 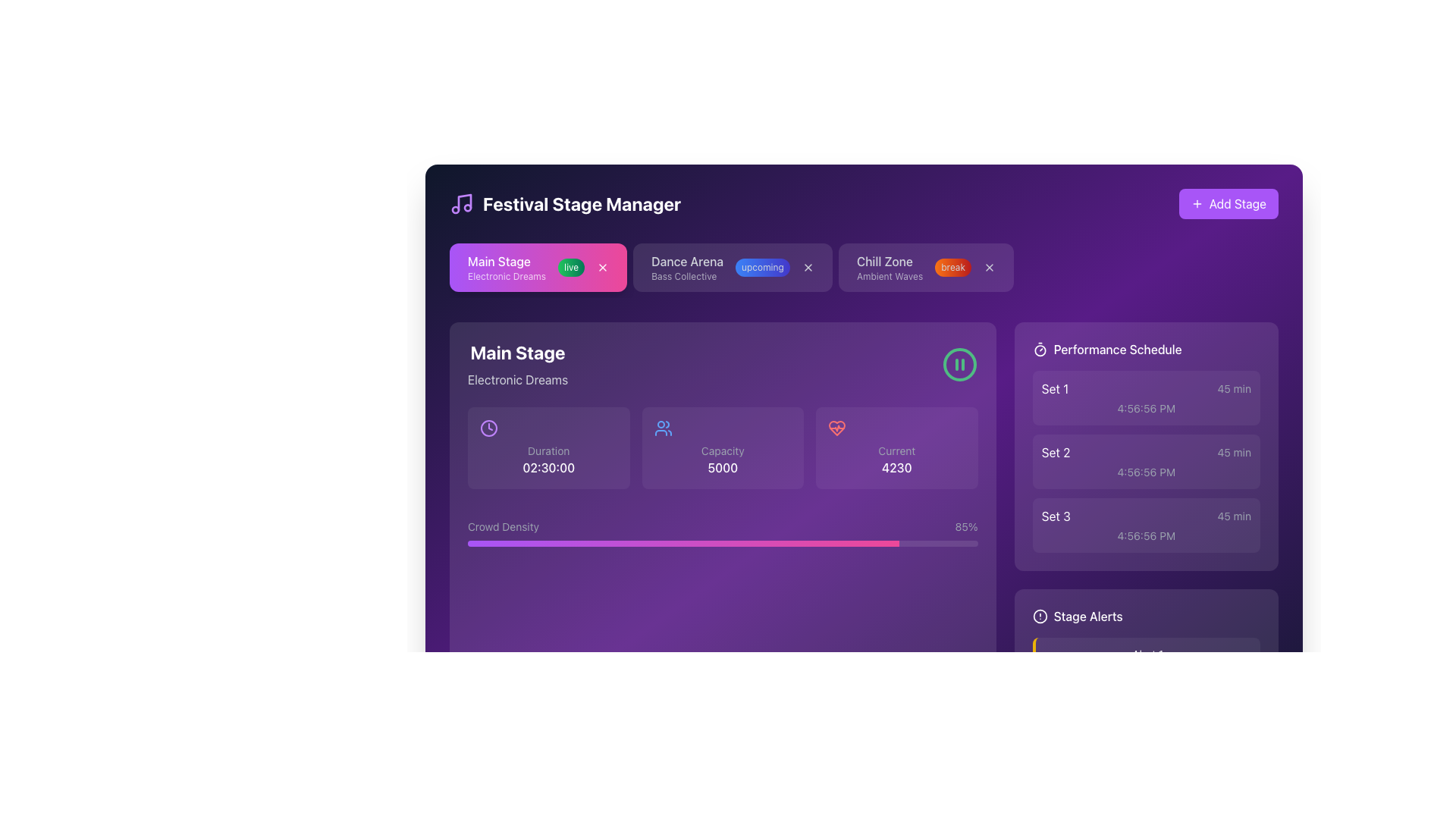 What do you see at coordinates (1146, 452) in the screenshot?
I see `displayed information from the second entry in the 'Performance Schedule' section, which shows the set name and its duration, located between 'Set 1' and 'Set 3'` at bounding box center [1146, 452].